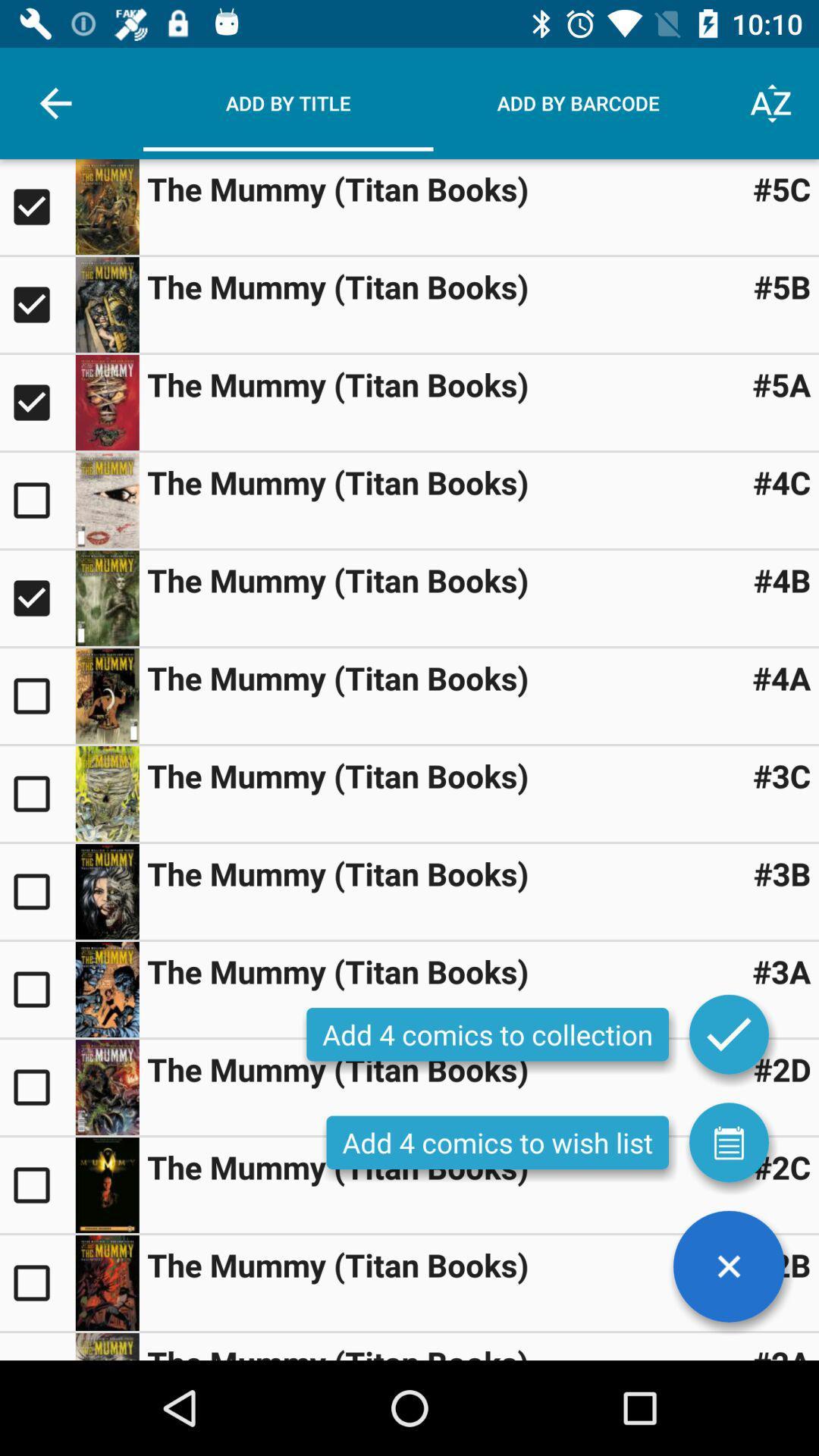  What do you see at coordinates (728, 1034) in the screenshot?
I see `selected items` at bounding box center [728, 1034].